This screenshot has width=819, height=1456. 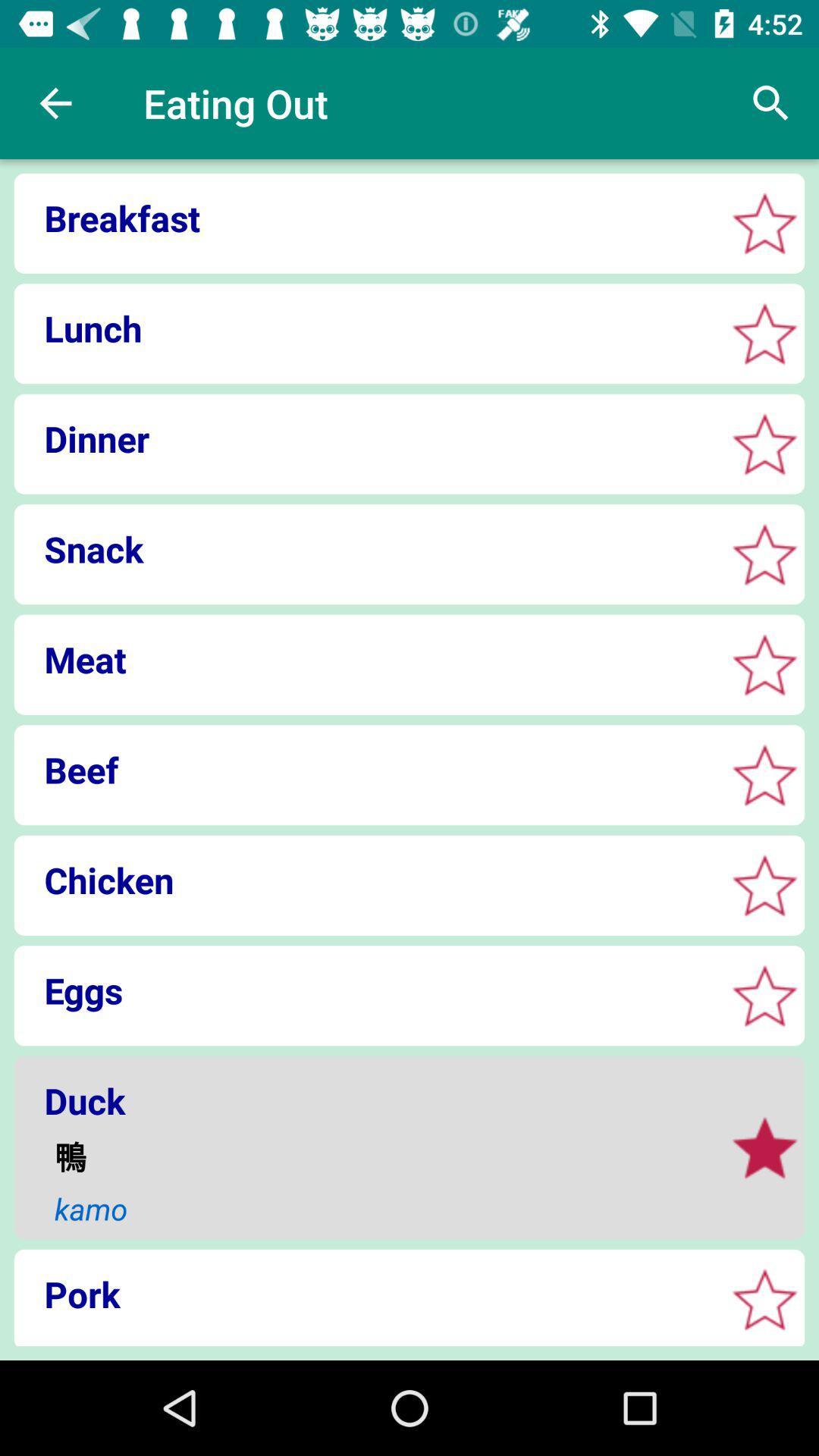 I want to click on click the red star, so click(x=764, y=885).